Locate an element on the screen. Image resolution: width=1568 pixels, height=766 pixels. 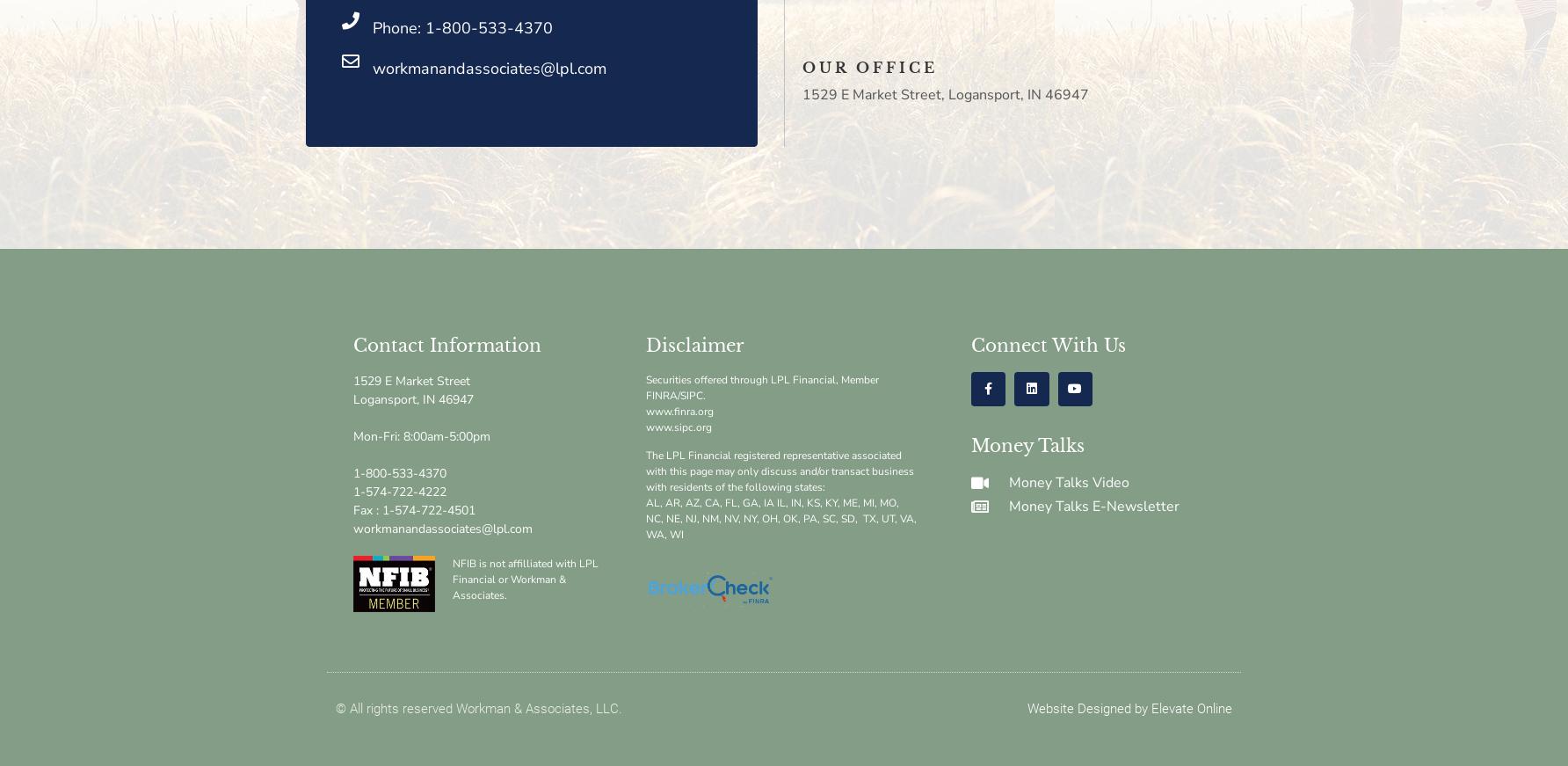
'www.sipc.org' is located at coordinates (678, 426).